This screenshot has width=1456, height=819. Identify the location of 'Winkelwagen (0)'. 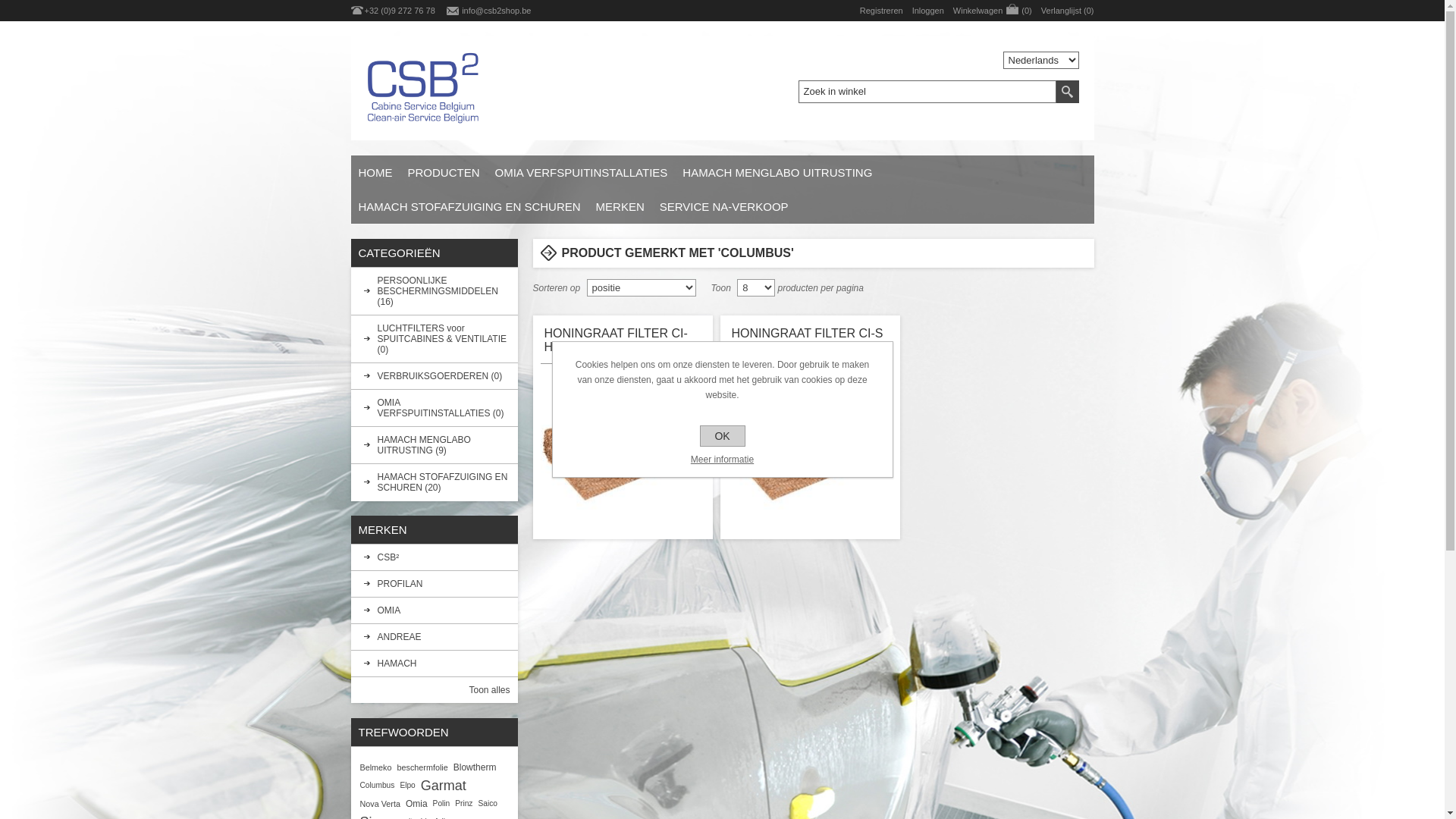
(952, 11).